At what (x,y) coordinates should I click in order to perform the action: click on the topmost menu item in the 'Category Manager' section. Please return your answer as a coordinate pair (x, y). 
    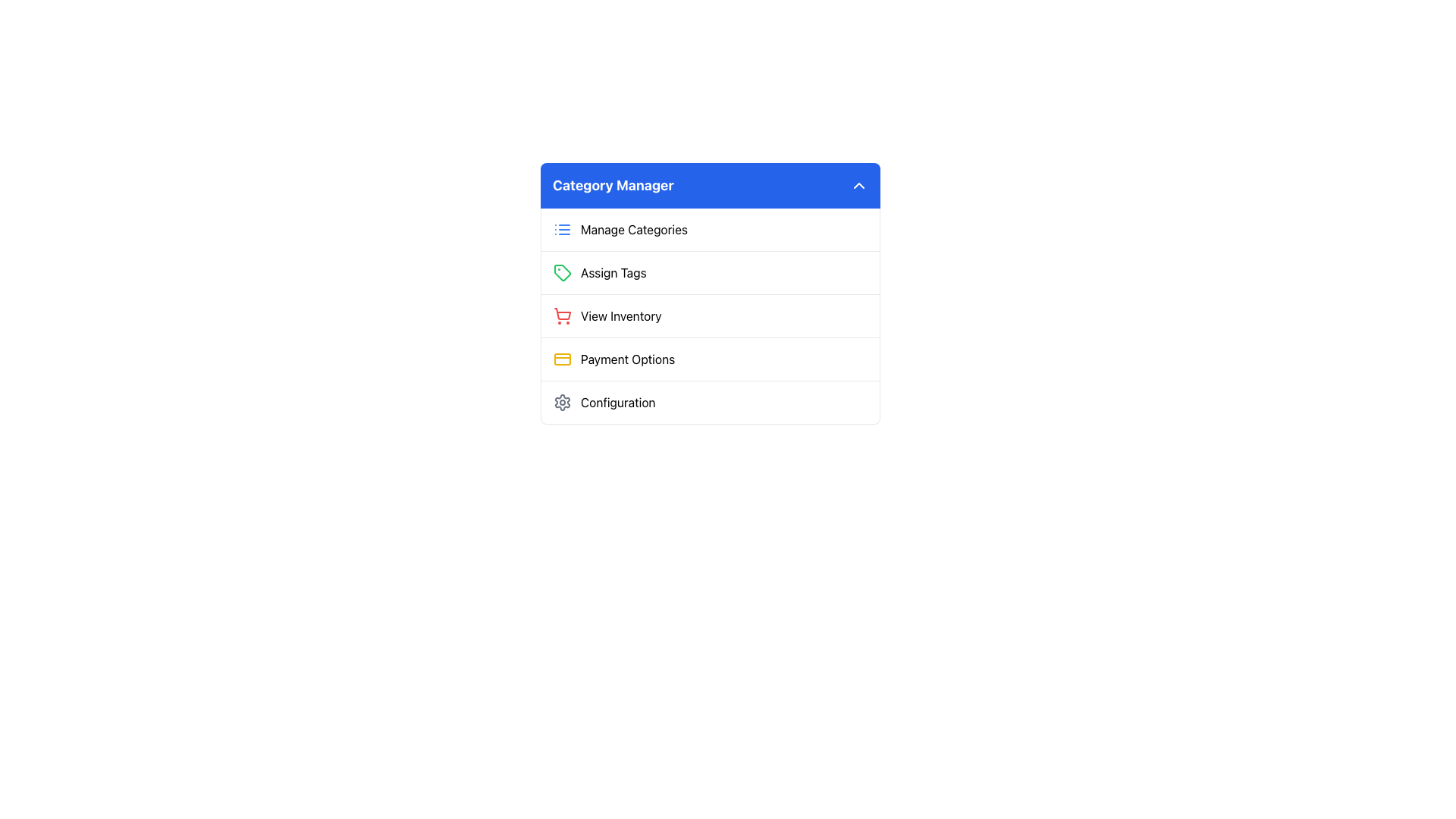
    Looking at the image, I should click on (709, 230).